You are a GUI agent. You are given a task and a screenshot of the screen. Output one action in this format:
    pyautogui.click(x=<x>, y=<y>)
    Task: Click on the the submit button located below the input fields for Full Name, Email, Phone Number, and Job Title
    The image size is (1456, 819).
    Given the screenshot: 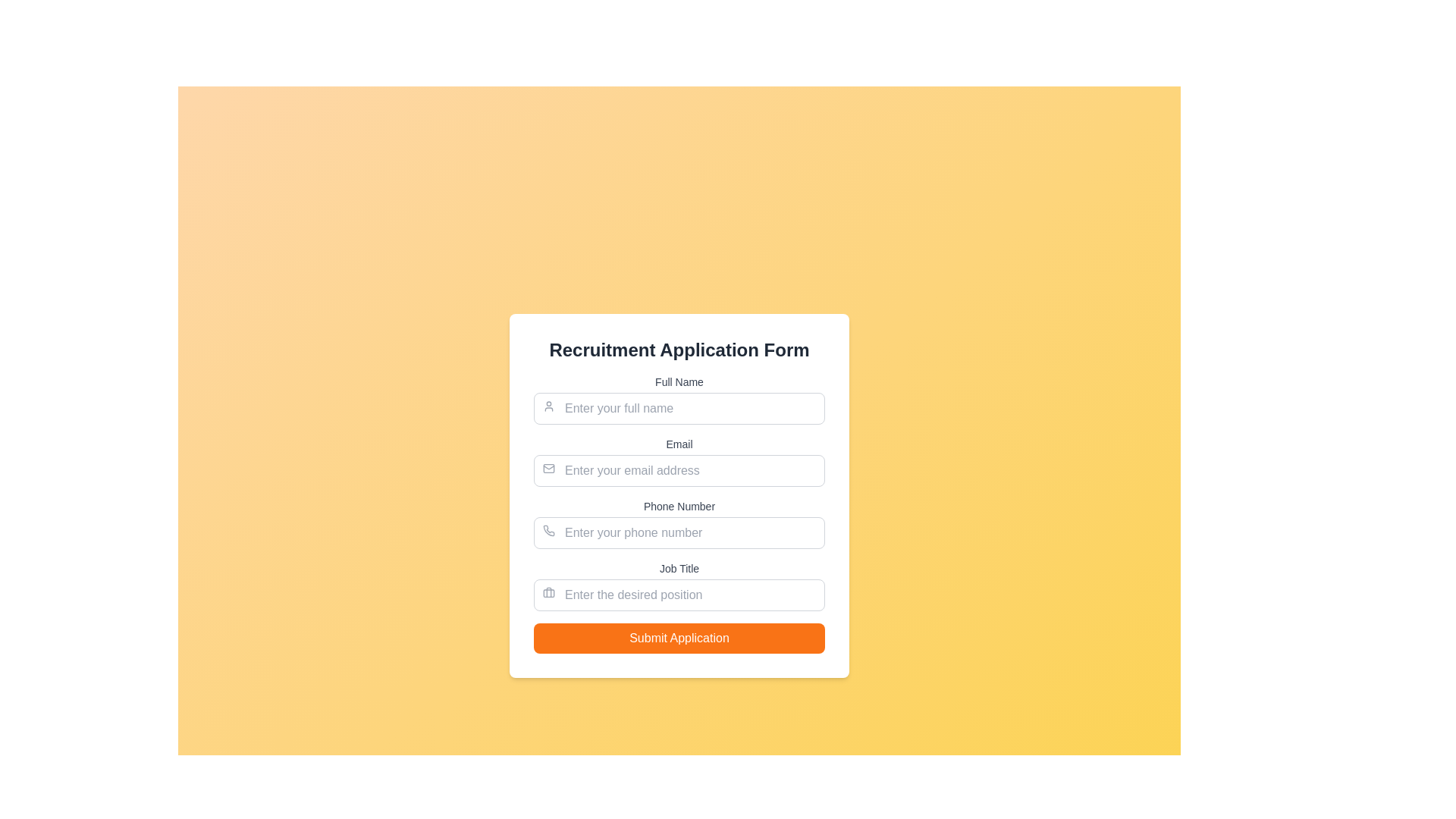 What is the action you would take?
    pyautogui.click(x=679, y=638)
    